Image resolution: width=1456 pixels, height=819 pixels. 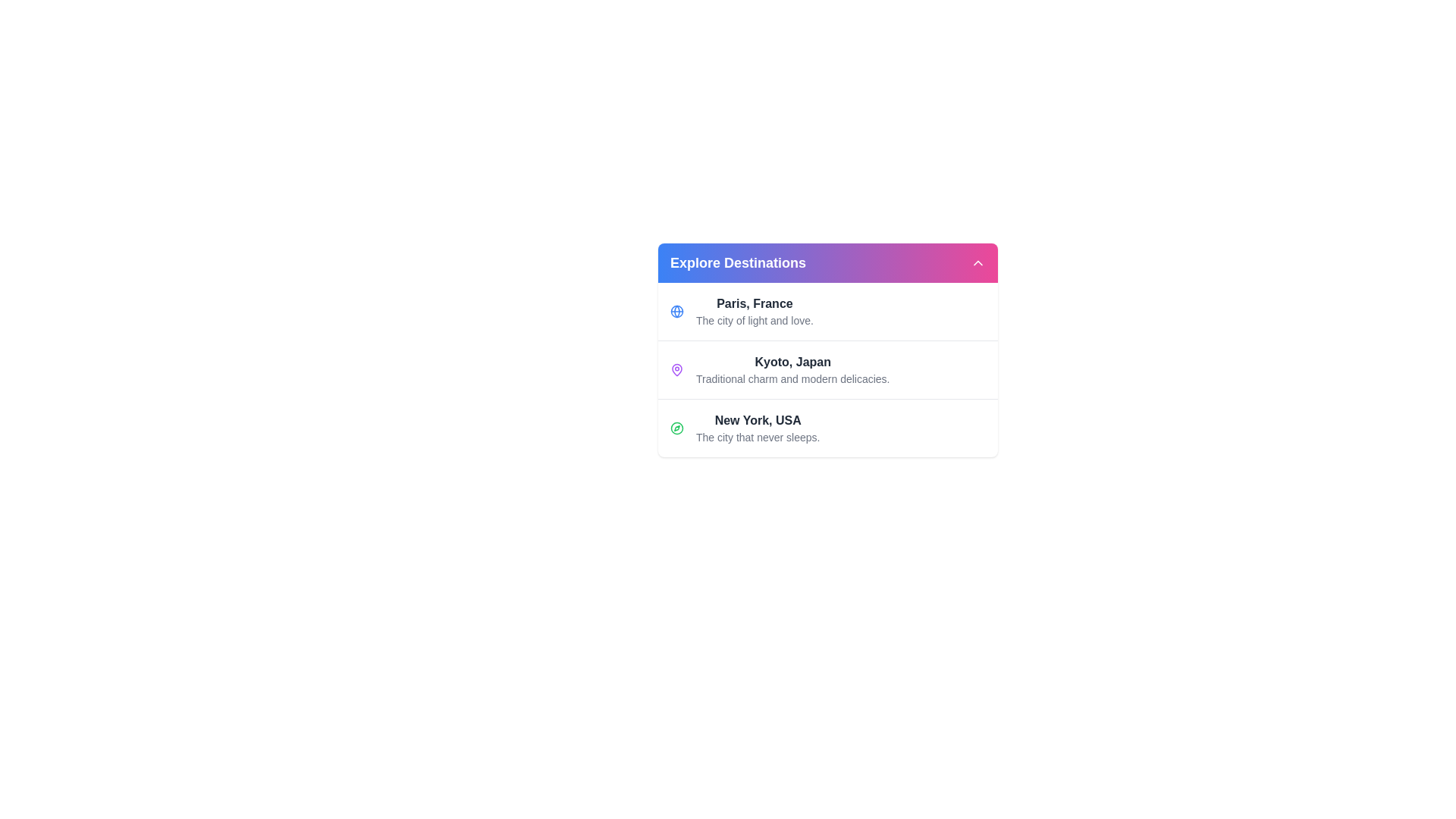 What do you see at coordinates (792, 370) in the screenshot?
I see `the text block displaying information about a specific destination, which is located between 'Paris, France' and 'New York, USA' in a vertical list` at bounding box center [792, 370].